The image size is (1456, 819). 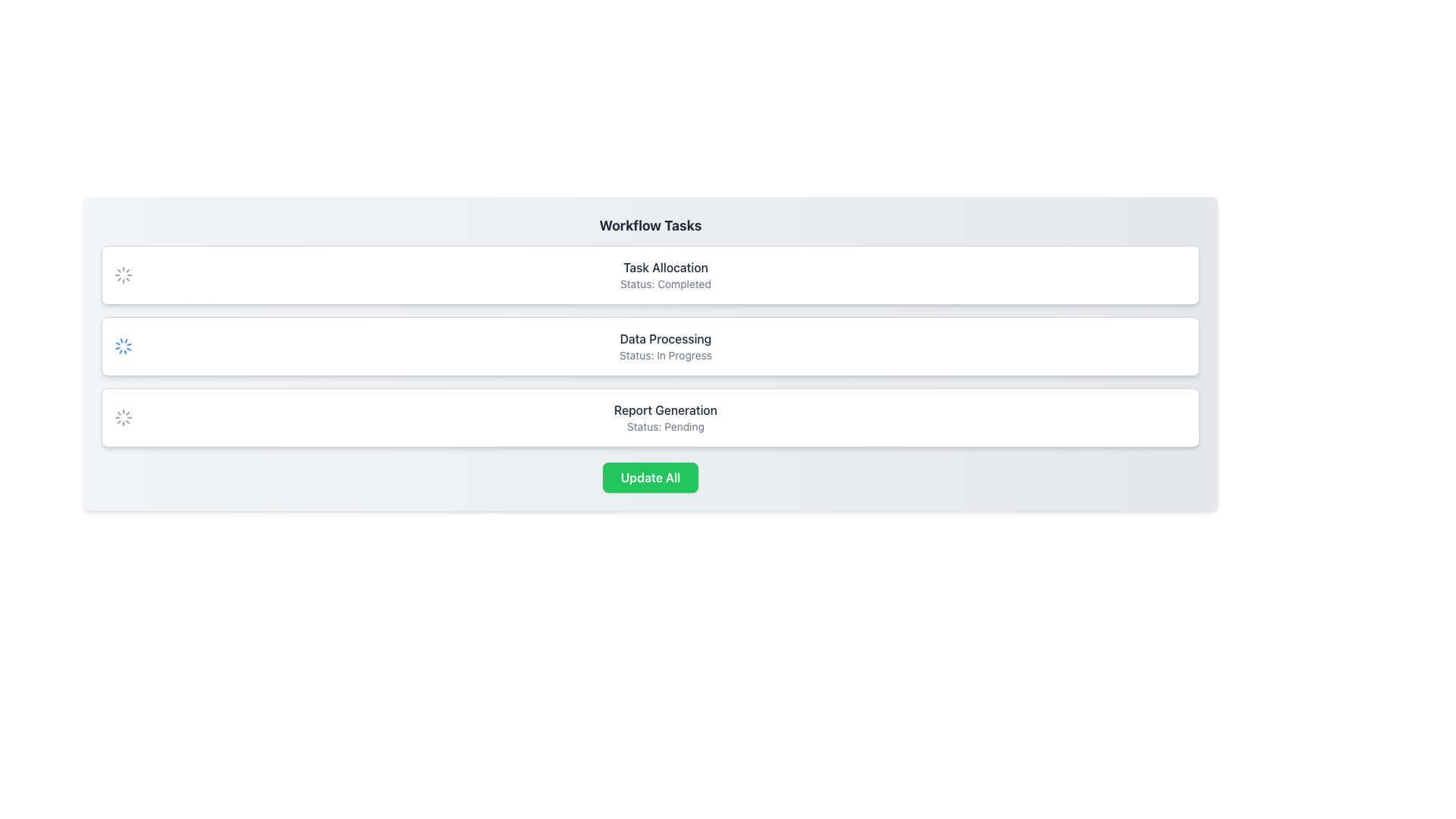 I want to click on the update button located at the bottom section of the interface, centered horizontally, directly below the list of workflow tasks, so click(x=651, y=476).